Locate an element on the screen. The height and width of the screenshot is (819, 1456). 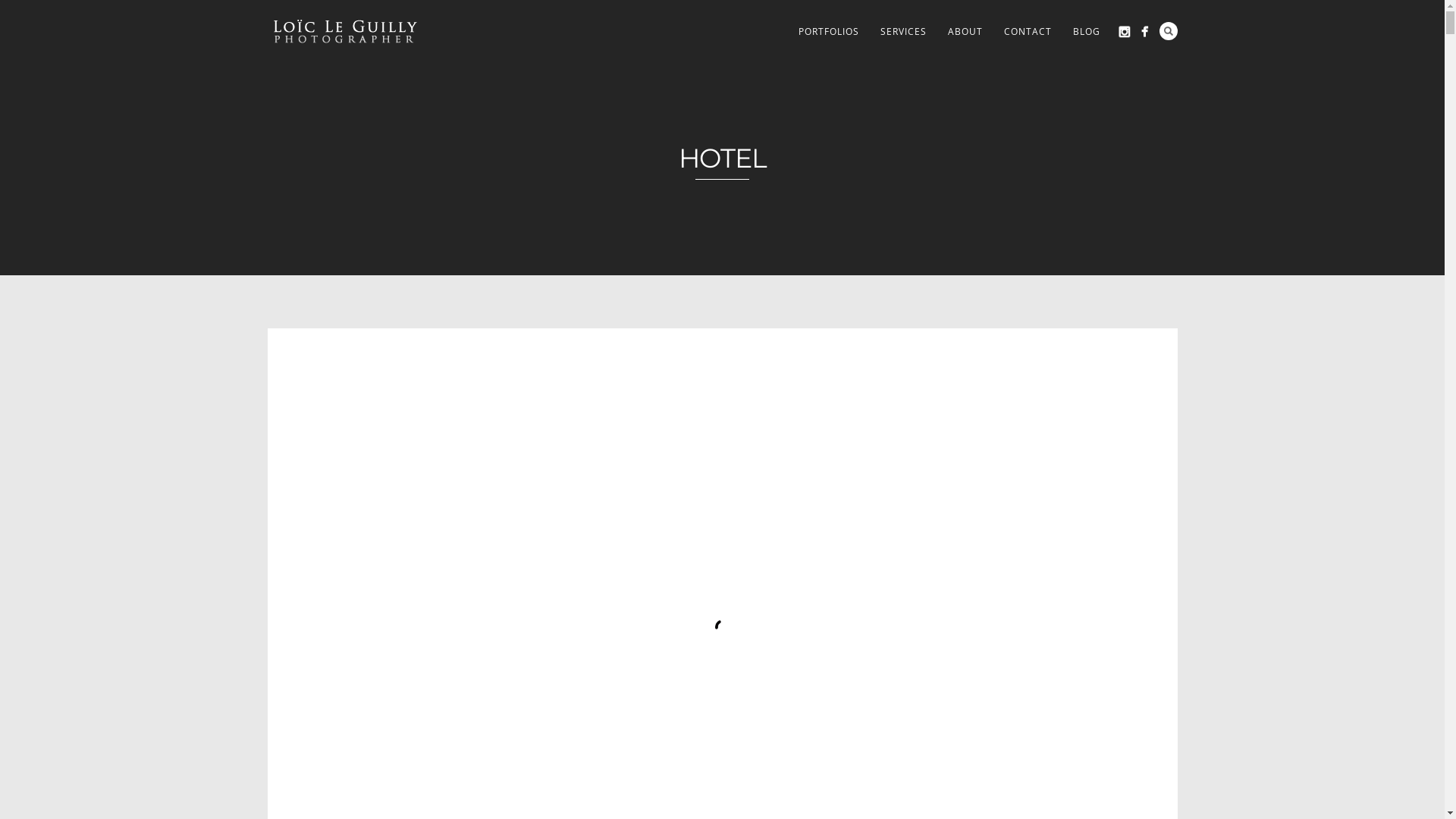
'Connect on Instagram' is located at coordinates (1124, 31).